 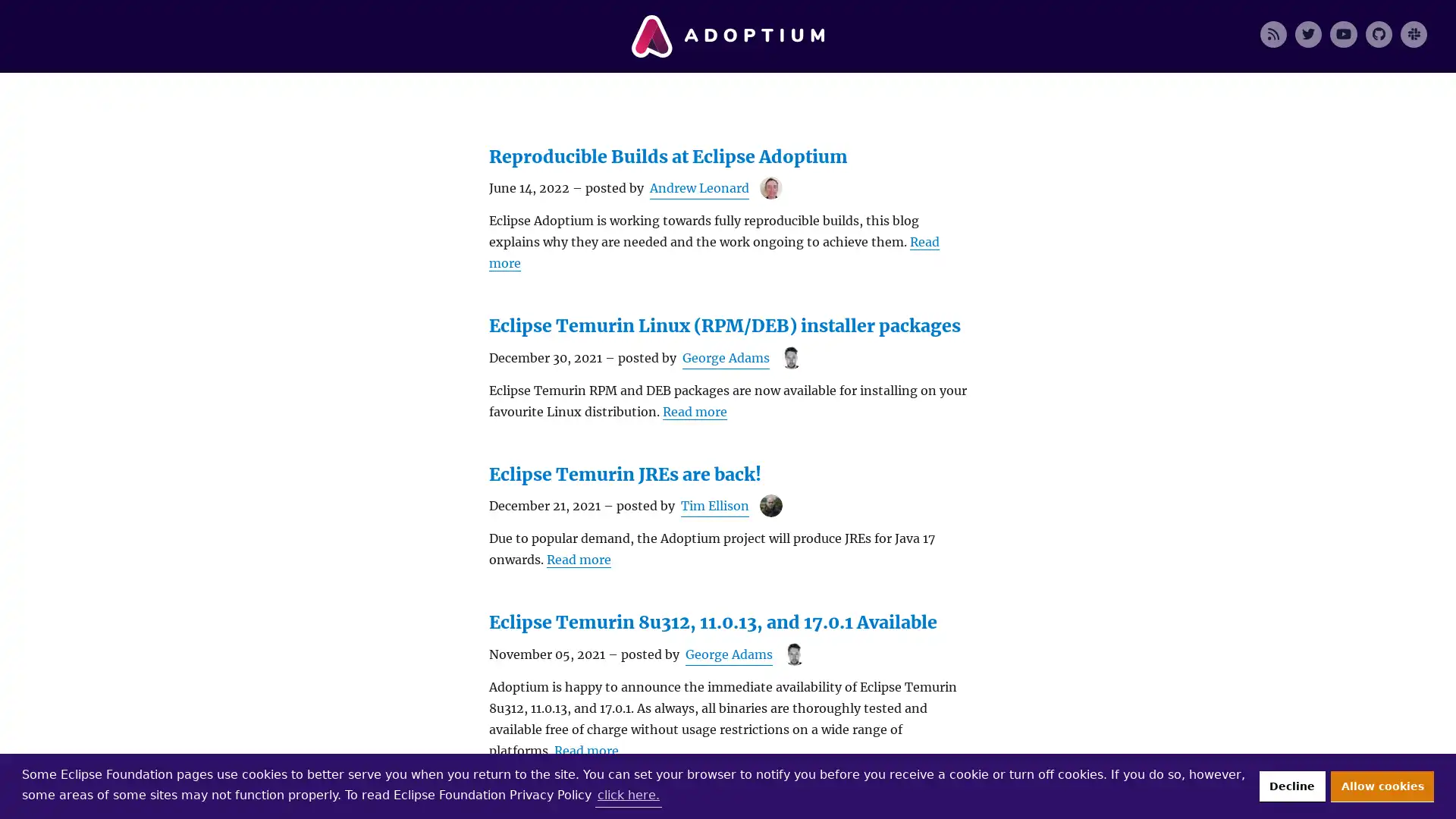 I want to click on deny cookies, so click(x=1291, y=785).